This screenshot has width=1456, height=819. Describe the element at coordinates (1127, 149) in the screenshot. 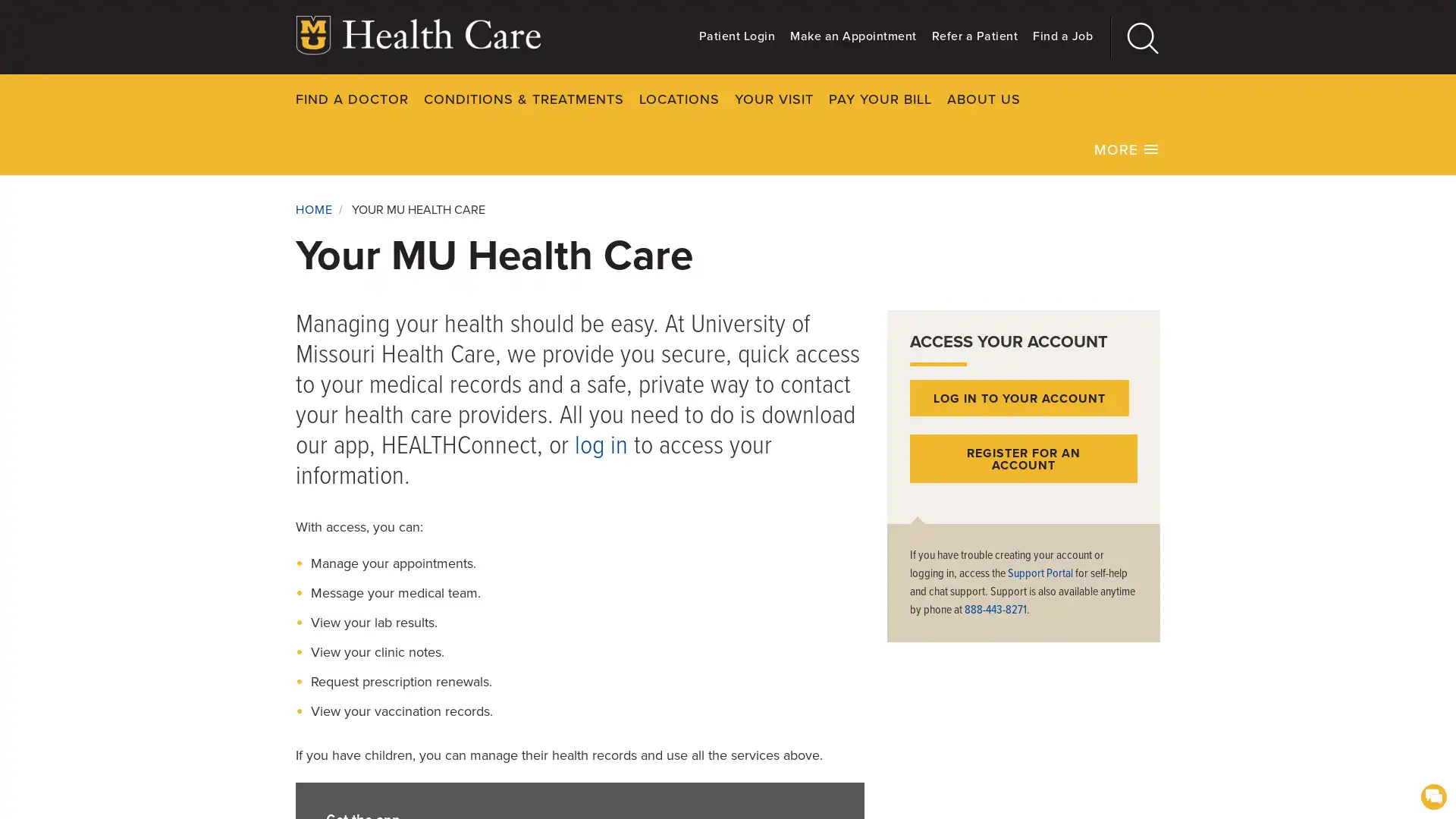

I see `MORE` at that location.